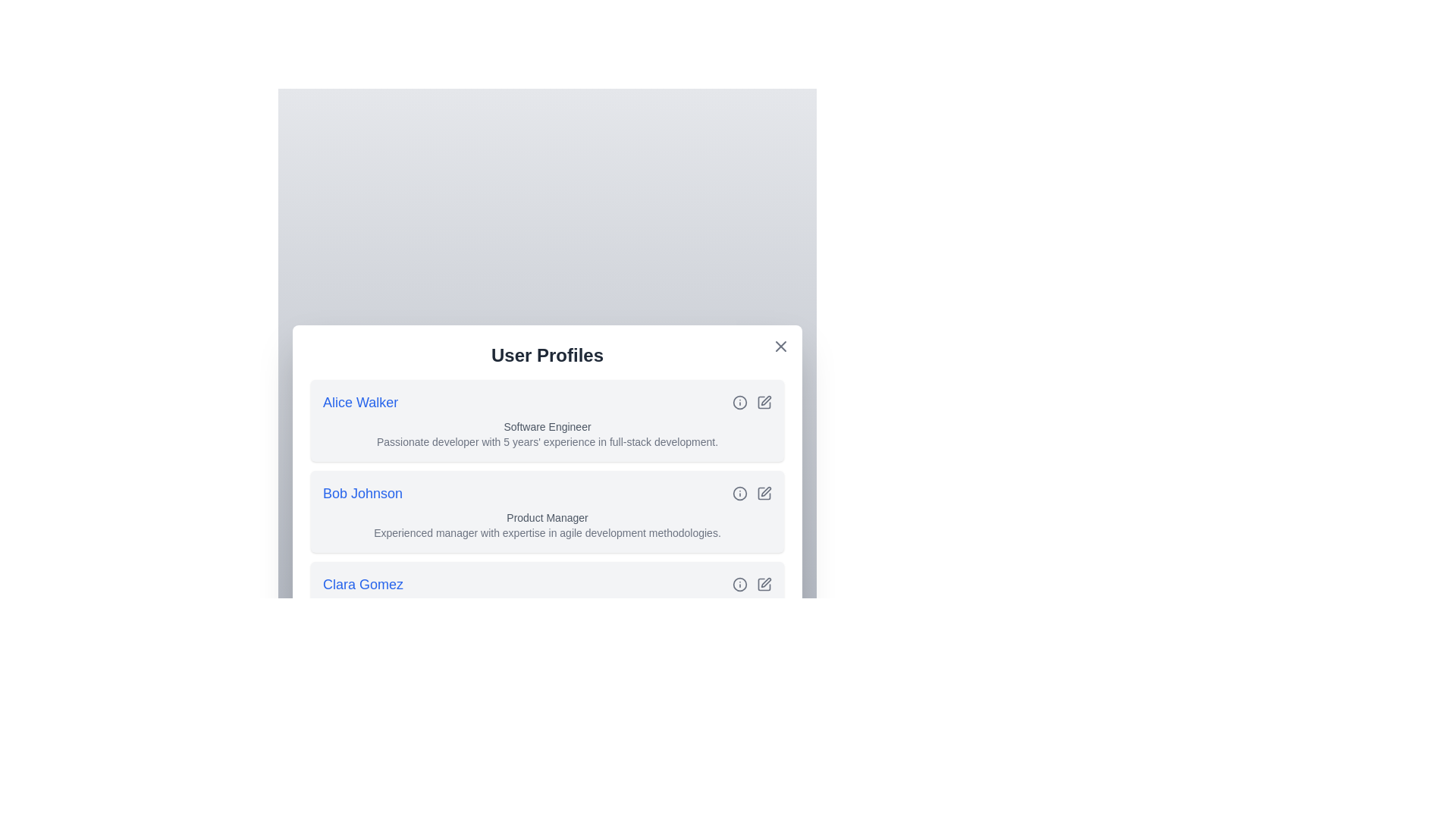 This screenshot has width=1456, height=819. What do you see at coordinates (546, 512) in the screenshot?
I see `the user profile item for Bob Johnson` at bounding box center [546, 512].